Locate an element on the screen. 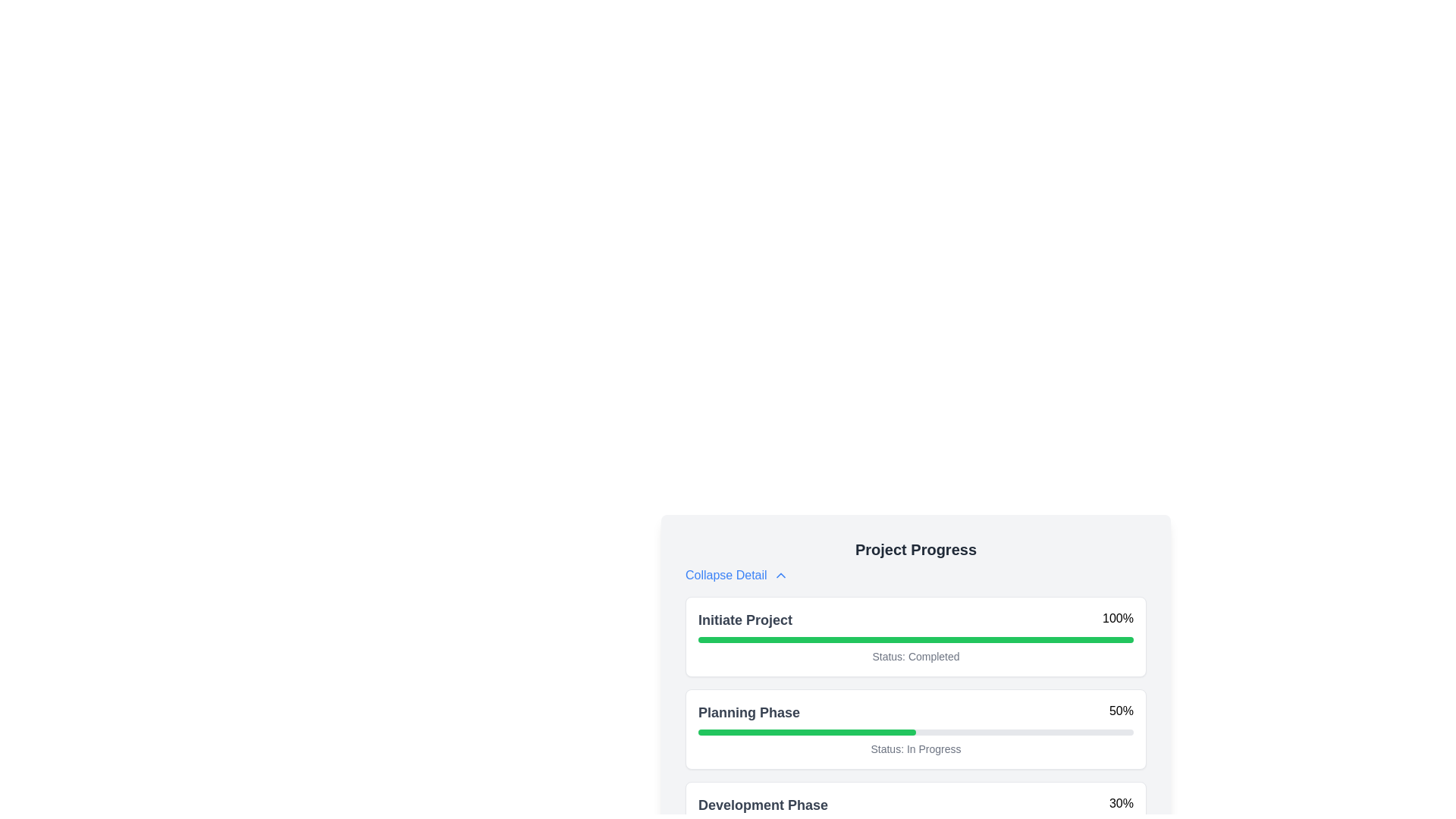  the static text element that displays the percentage of progress completed for the 'Planning Phase', located to the right of the 'Planning Phase' text is located at coordinates (1121, 713).